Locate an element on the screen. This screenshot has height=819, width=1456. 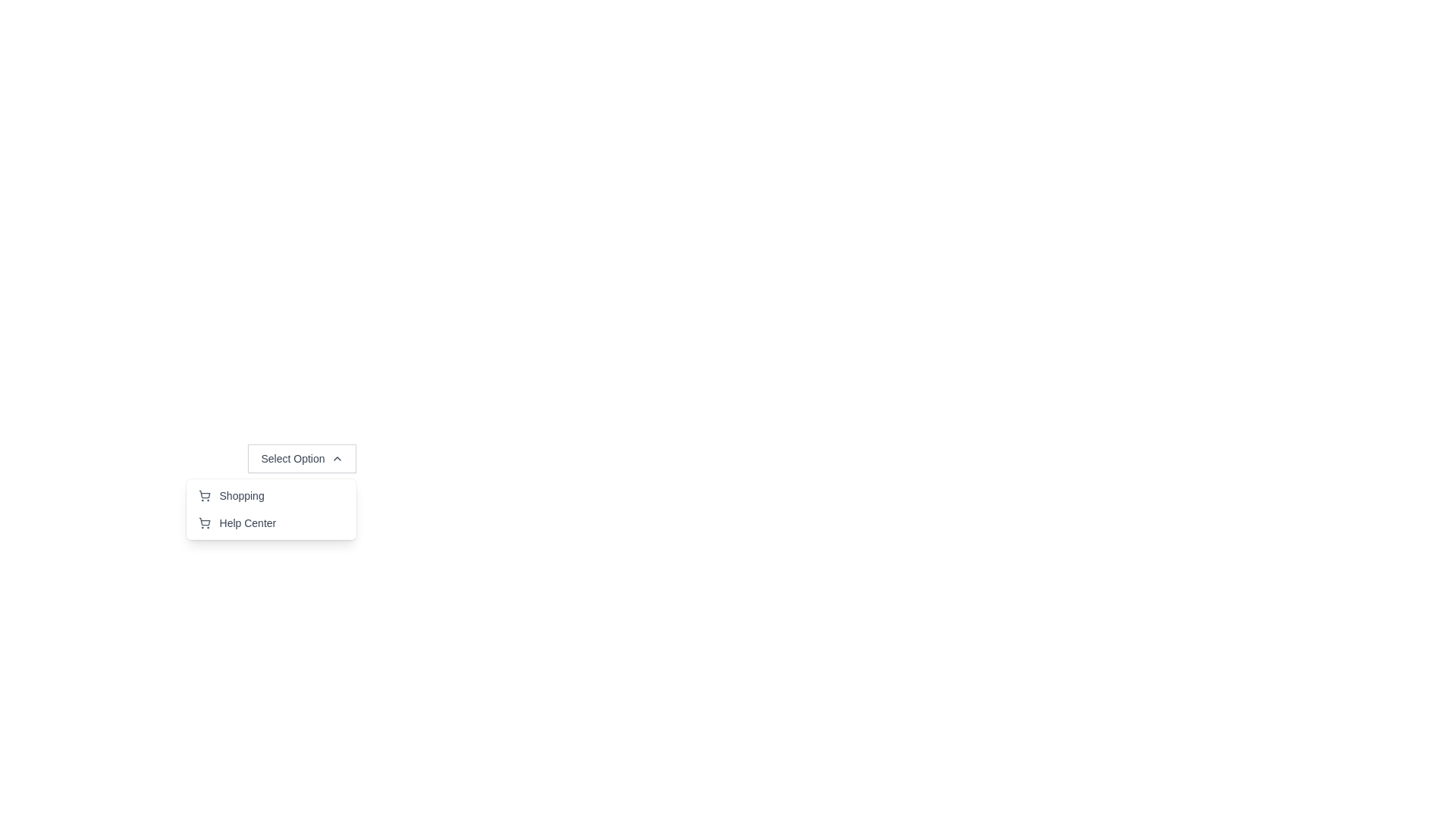
the 'Shopping' button, which features a gray shopping cart icon and is the first entry in the dropdown menu below 'Select Option' is located at coordinates (231, 496).